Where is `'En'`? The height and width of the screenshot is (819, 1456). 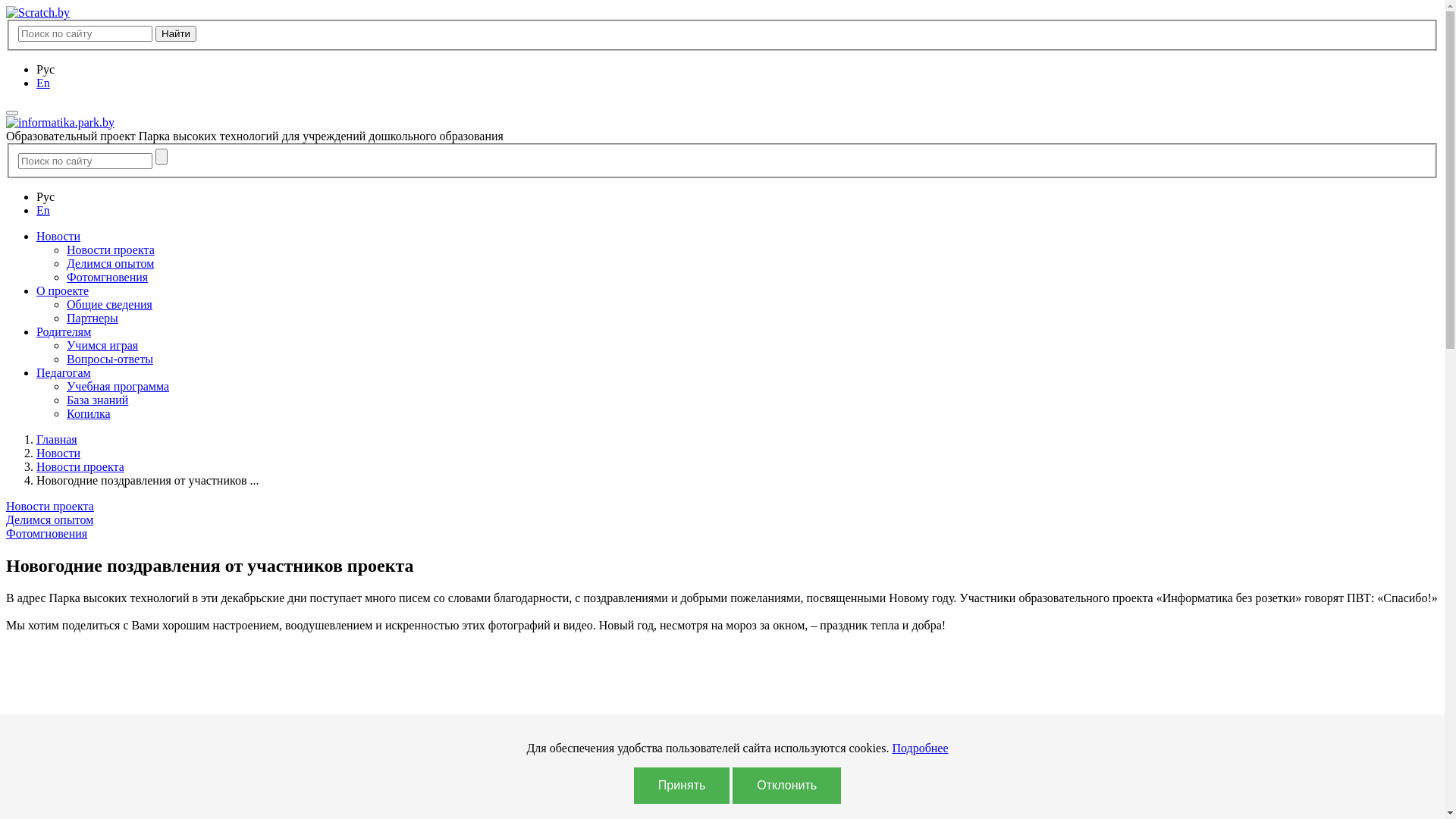 'En' is located at coordinates (36, 83).